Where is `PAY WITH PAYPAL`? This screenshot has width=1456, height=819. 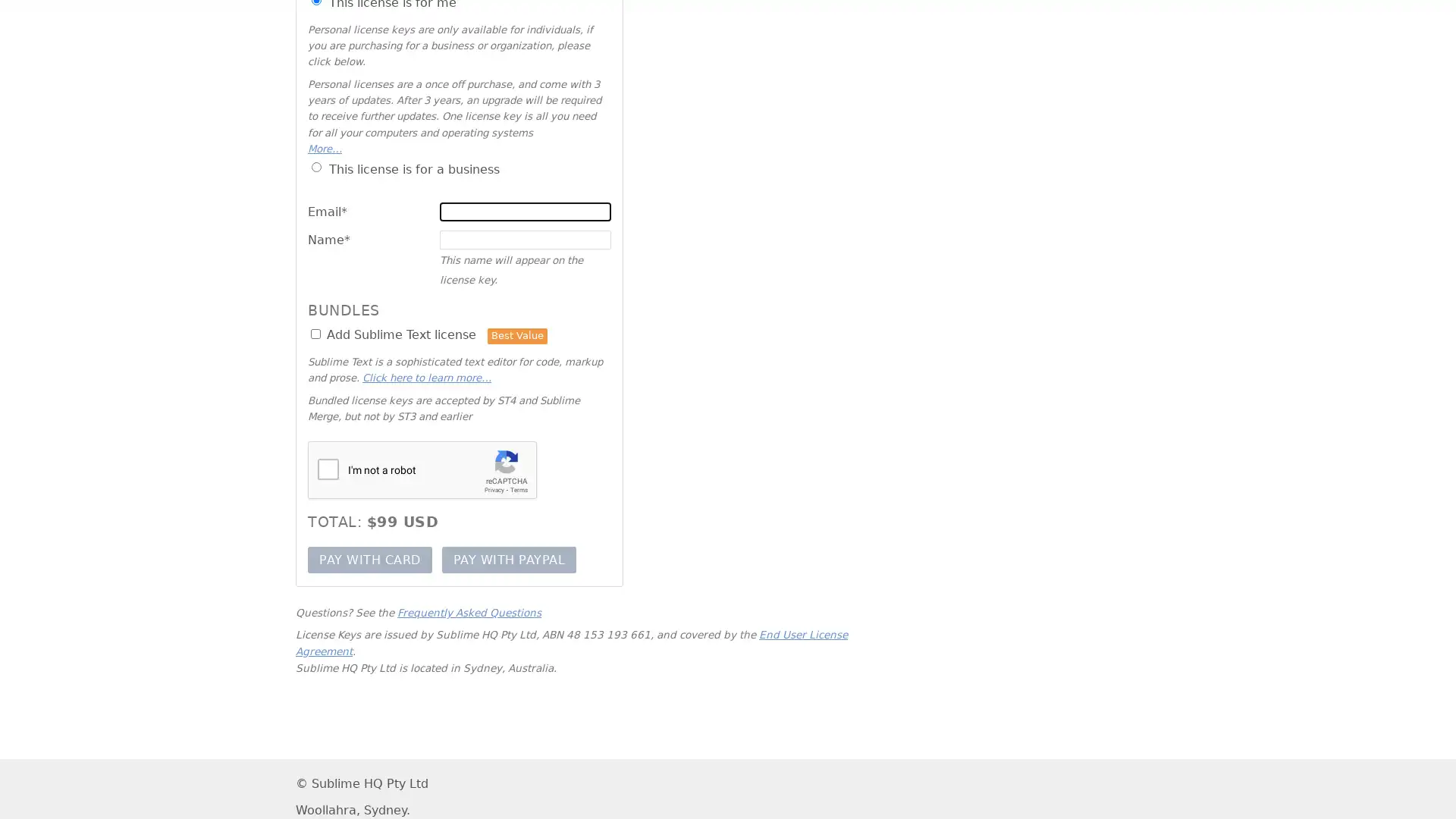
PAY WITH PAYPAL is located at coordinates (509, 559).